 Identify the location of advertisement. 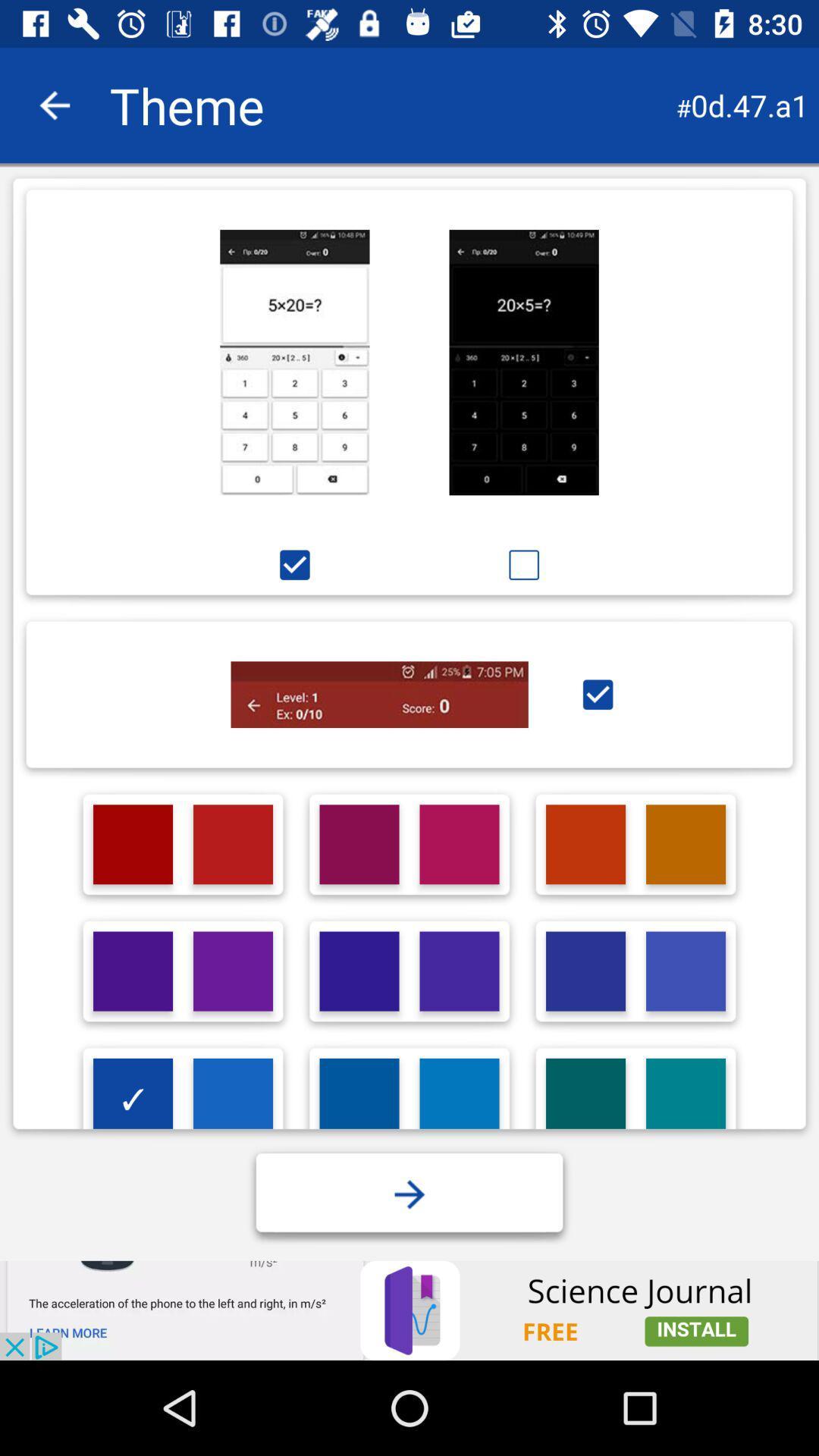
(409, 1310).